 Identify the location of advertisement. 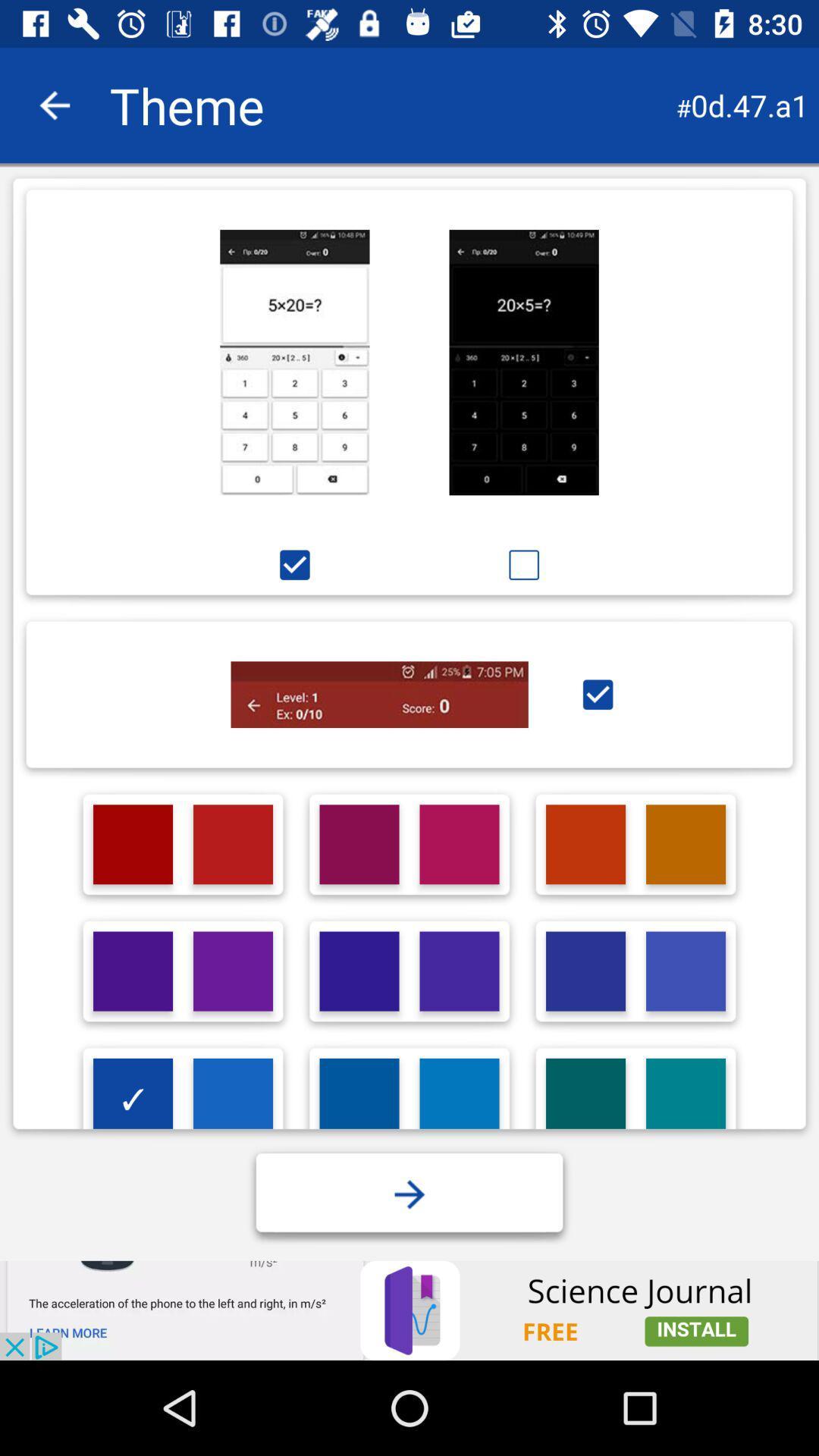
(409, 1310).